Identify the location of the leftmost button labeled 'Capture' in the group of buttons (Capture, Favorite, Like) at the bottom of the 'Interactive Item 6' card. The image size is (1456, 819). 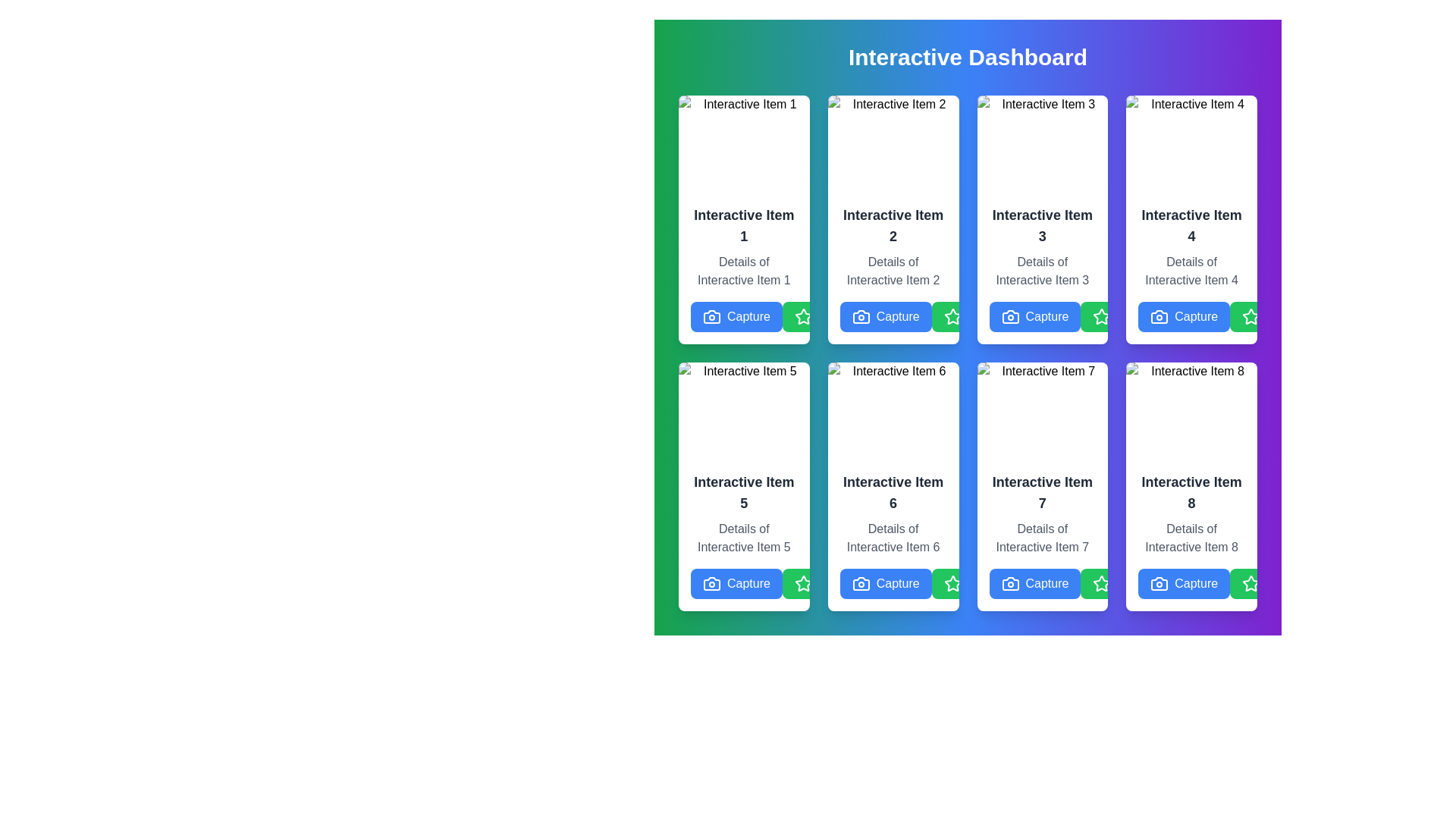
(886, 315).